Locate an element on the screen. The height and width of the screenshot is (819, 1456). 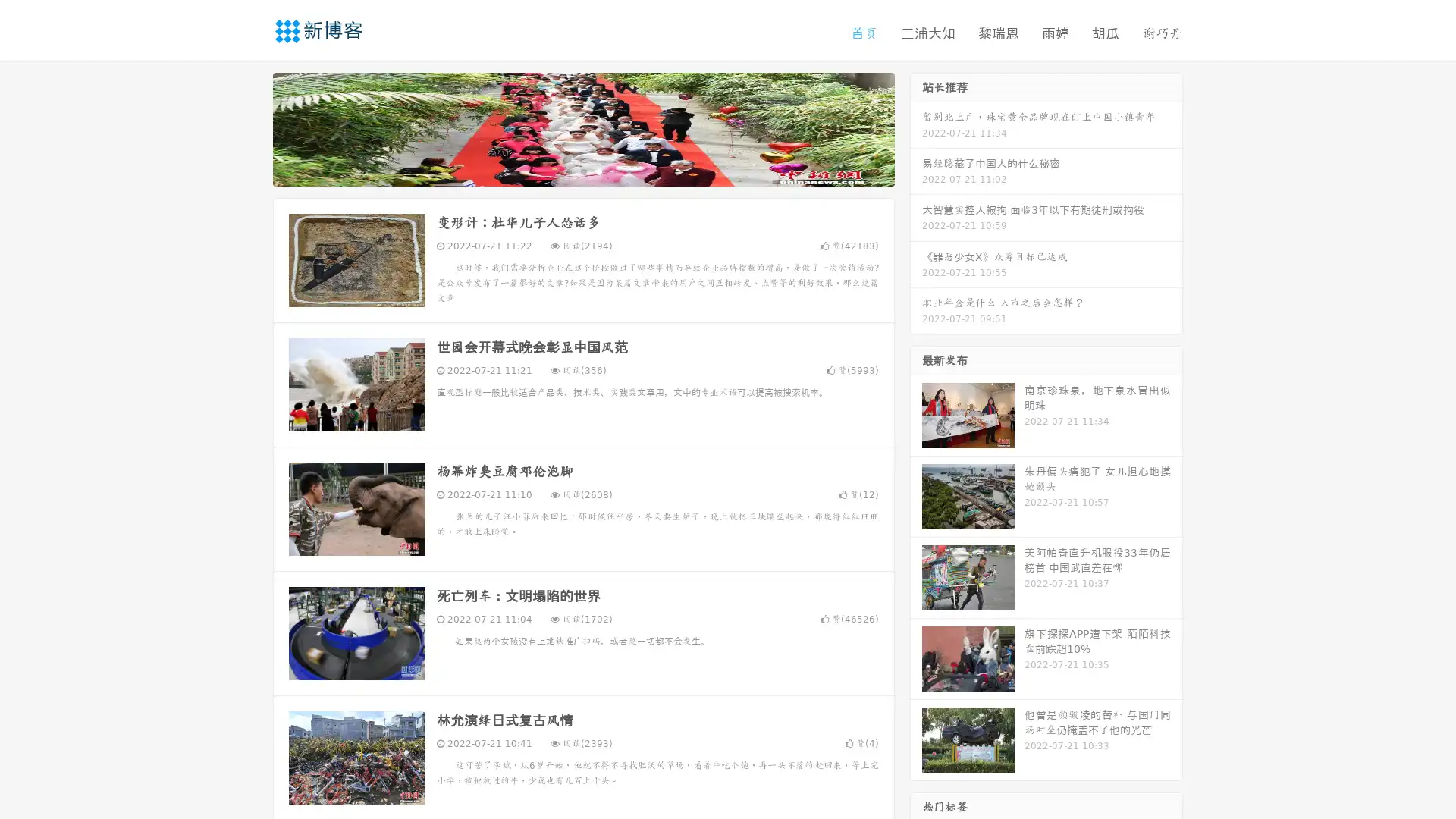
Go to slide 2 is located at coordinates (582, 171).